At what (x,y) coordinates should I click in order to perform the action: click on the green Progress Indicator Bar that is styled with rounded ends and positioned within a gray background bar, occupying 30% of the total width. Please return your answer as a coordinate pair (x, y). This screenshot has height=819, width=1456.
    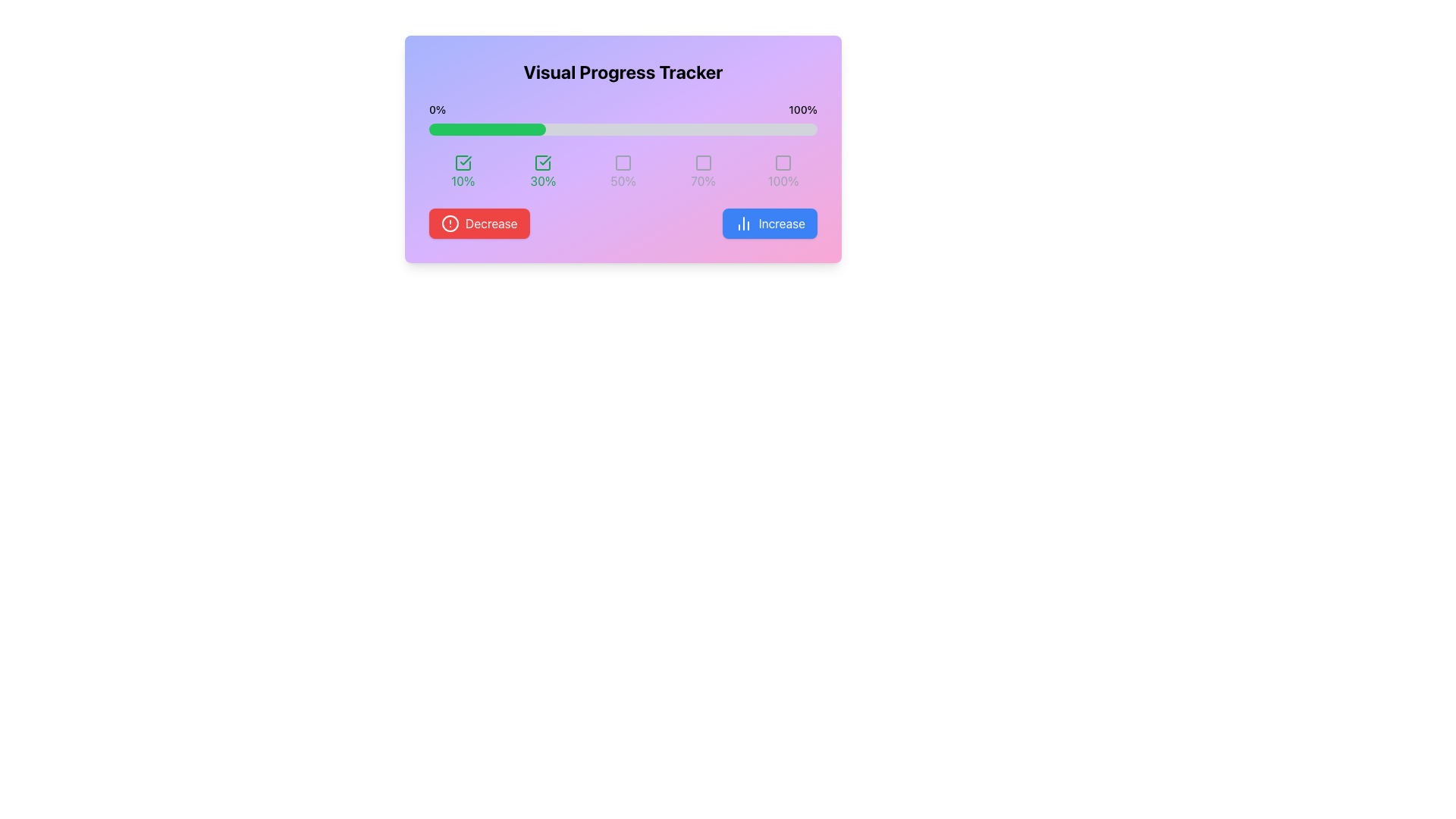
    Looking at the image, I should click on (487, 128).